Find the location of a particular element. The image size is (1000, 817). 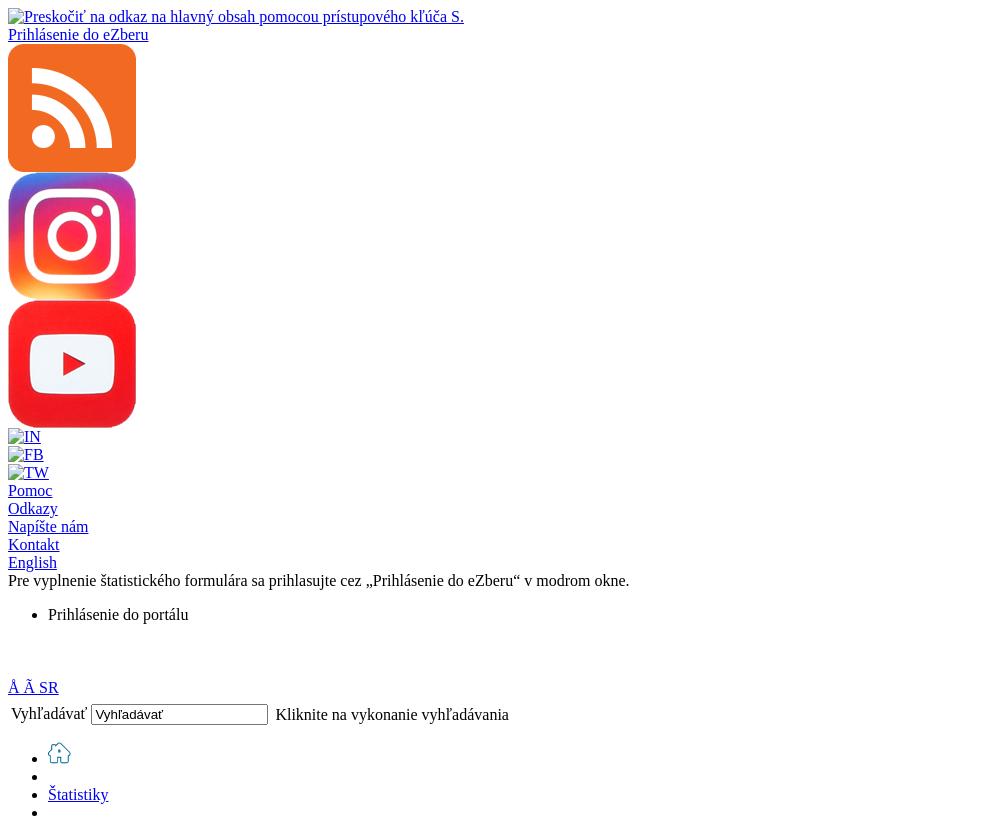

'English' is located at coordinates (32, 561).